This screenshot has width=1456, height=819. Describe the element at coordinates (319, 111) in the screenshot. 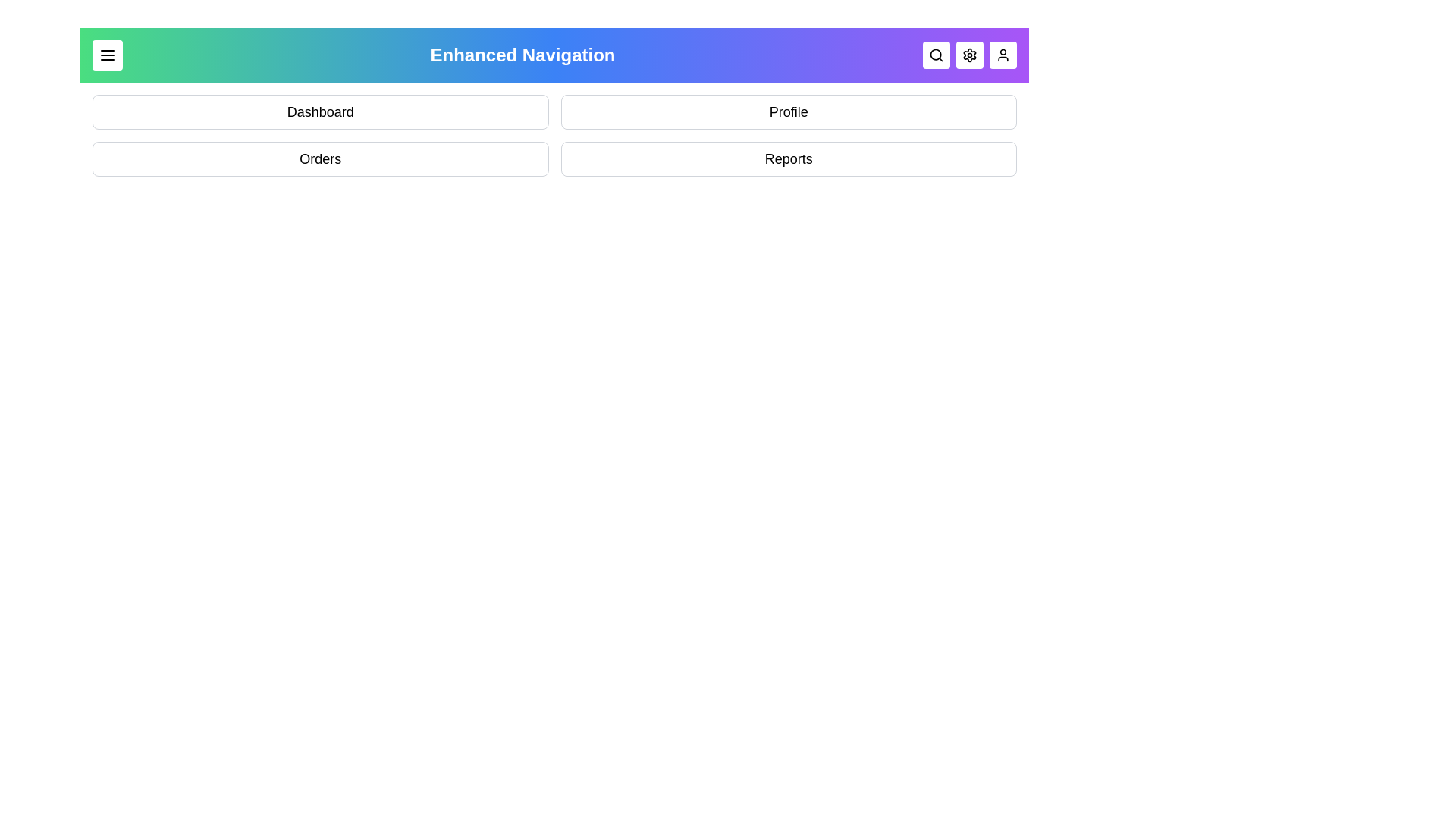

I see `the menu item Dashboard to observe the hover effect` at that location.